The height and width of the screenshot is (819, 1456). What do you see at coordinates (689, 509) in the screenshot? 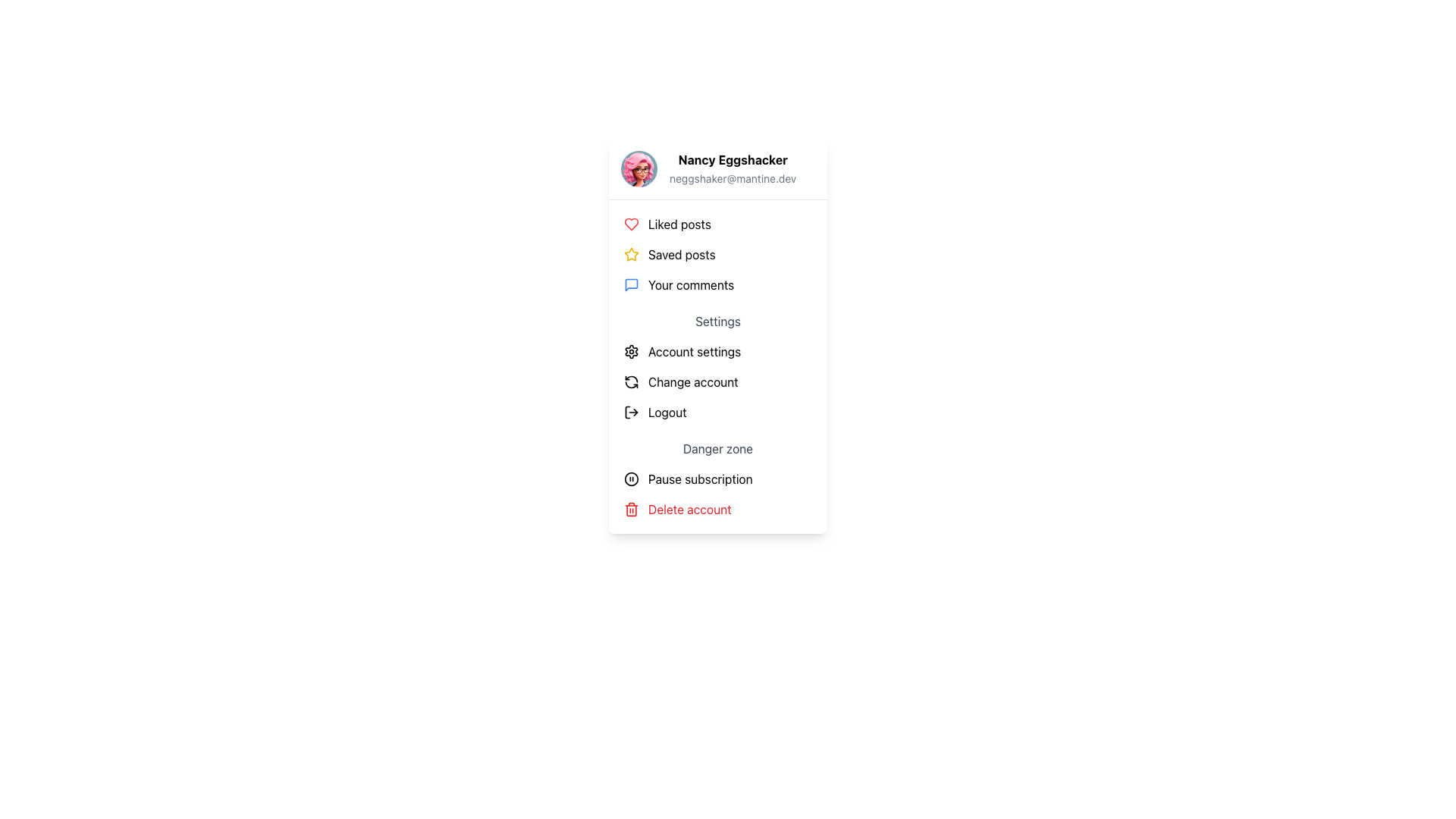
I see `the 'Delete account' text label, which is displayed in red and located at the bottom of the vertical action menu under the 'Danger zone' section` at bounding box center [689, 509].